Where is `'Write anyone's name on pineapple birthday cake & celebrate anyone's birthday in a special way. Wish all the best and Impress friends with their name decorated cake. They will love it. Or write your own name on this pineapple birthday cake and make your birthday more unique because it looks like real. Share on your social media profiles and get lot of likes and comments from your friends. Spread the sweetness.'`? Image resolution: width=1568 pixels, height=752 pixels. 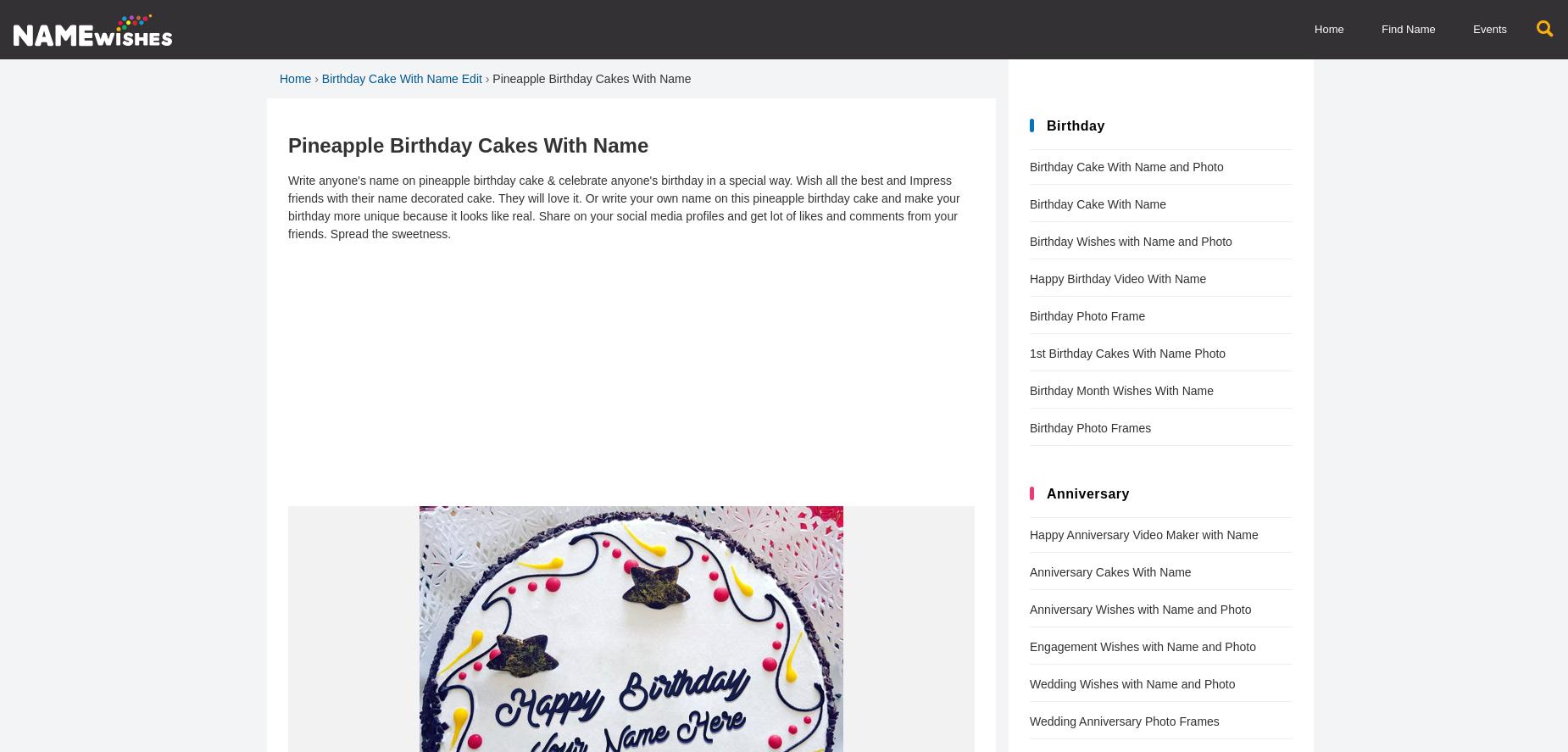 'Write anyone's name on pineapple birthday cake & celebrate anyone's birthday in a special way. Wish all the best and Impress friends with their name decorated cake. They will love it. Or write your own name on this pineapple birthday cake and make your birthday more unique because it looks like real. Share on your social media profiles and get lot of likes and comments from your friends. Spread the sweetness.' is located at coordinates (623, 207).